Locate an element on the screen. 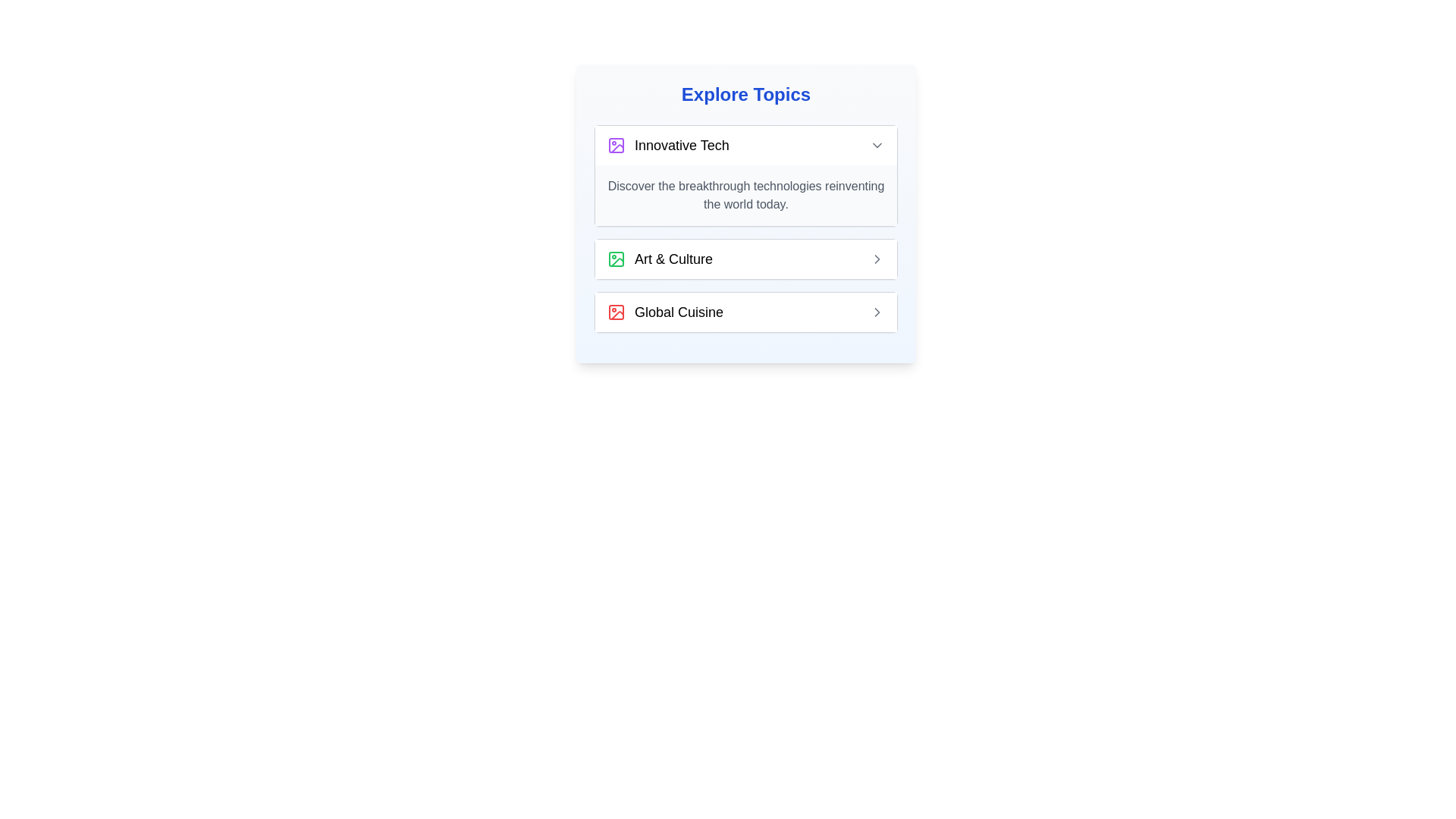 Image resolution: width=1456 pixels, height=819 pixels. informational text block located directly below the 'Innovative Tech' section header, which summarizes or introduces the section's focus is located at coordinates (745, 195).